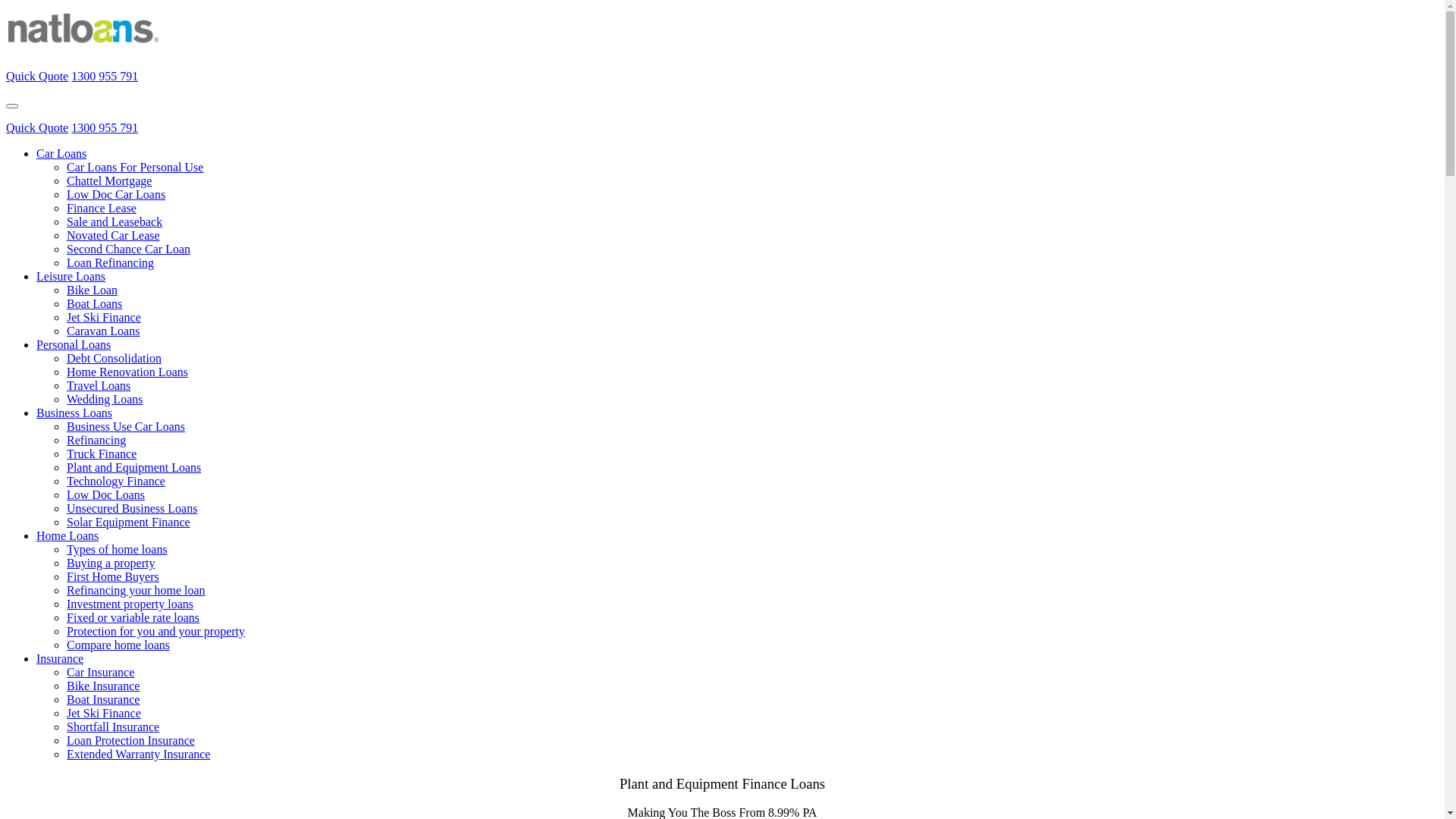 The image size is (1456, 819). What do you see at coordinates (71, 127) in the screenshot?
I see `'1300 955 791'` at bounding box center [71, 127].